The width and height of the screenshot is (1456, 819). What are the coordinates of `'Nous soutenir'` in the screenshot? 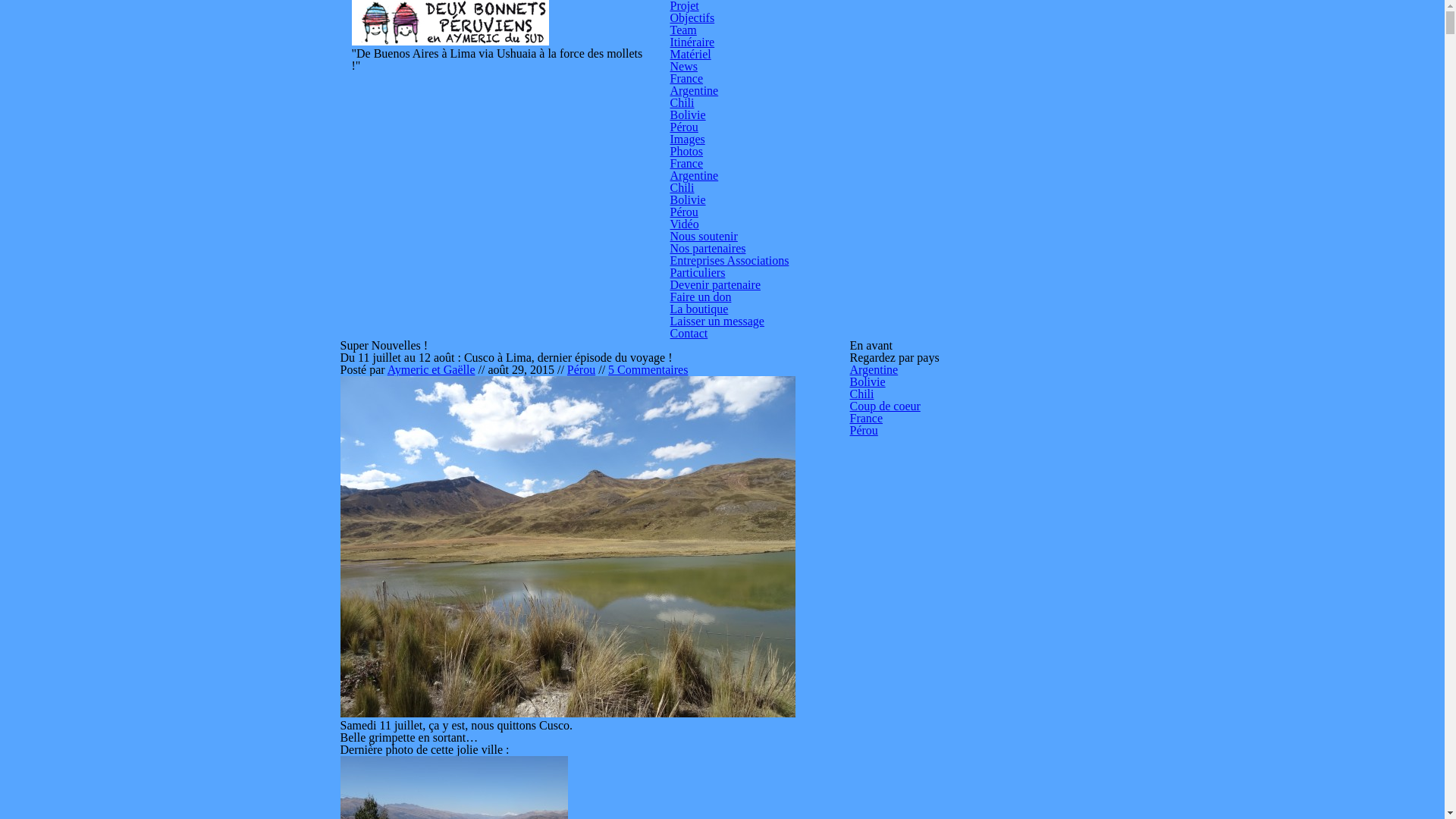 It's located at (703, 236).